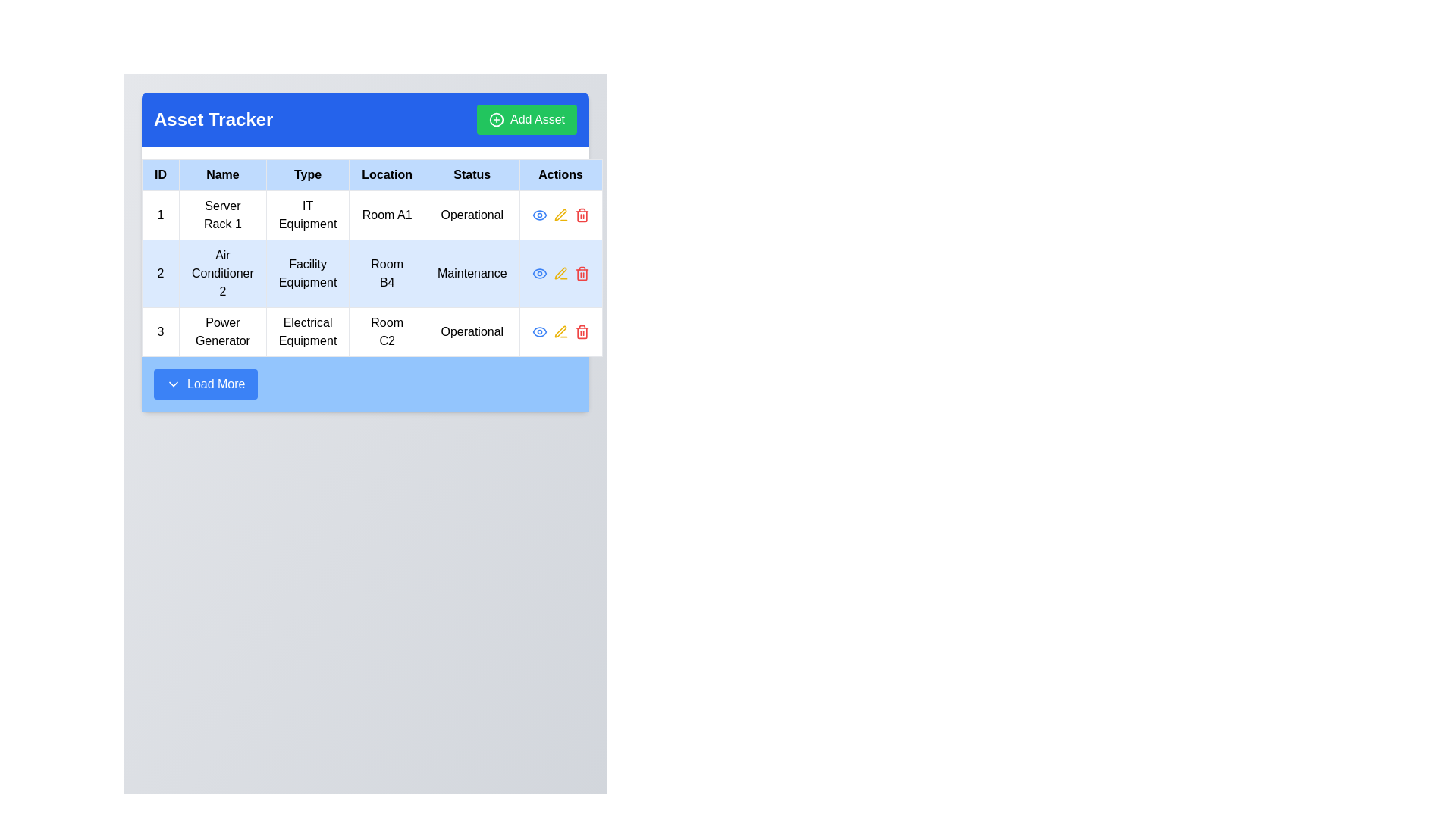  What do you see at coordinates (387, 215) in the screenshot?
I see `the static text element that displays 'Room A1', styled with padding and enclosed in a bordered box, located in the fourth column of the first row under the 'Location' header` at bounding box center [387, 215].